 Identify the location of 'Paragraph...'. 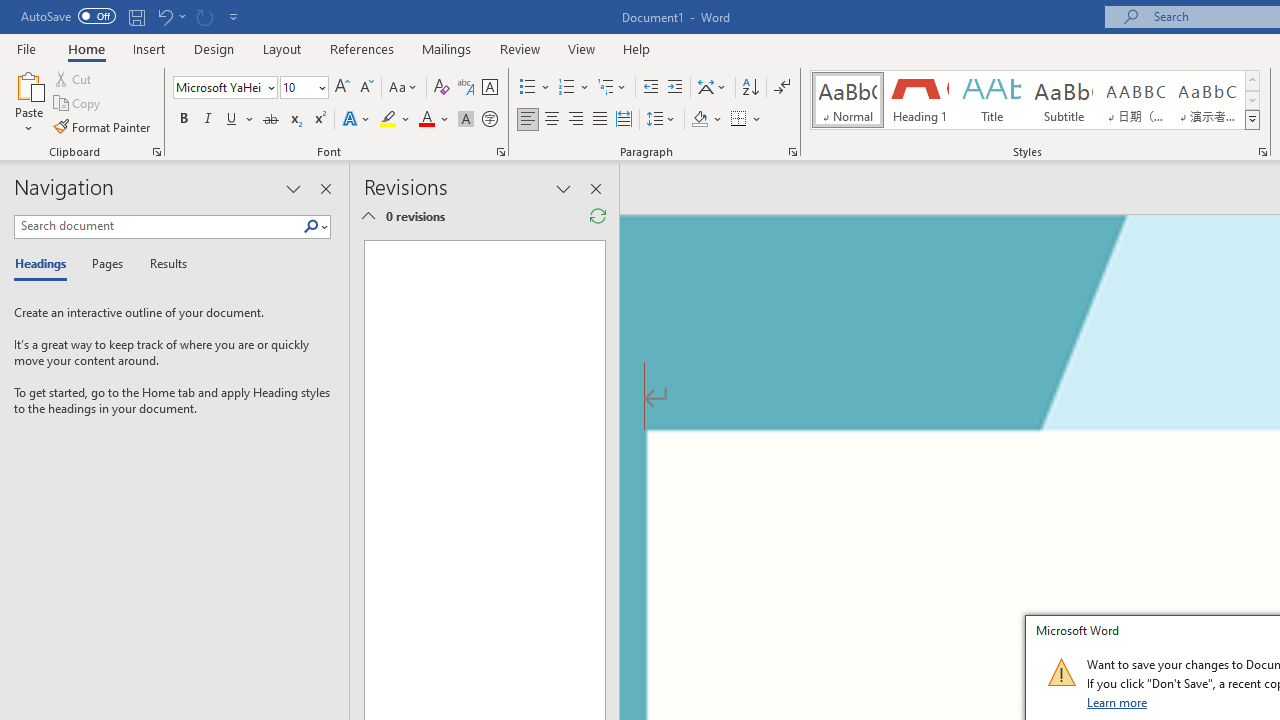
(791, 150).